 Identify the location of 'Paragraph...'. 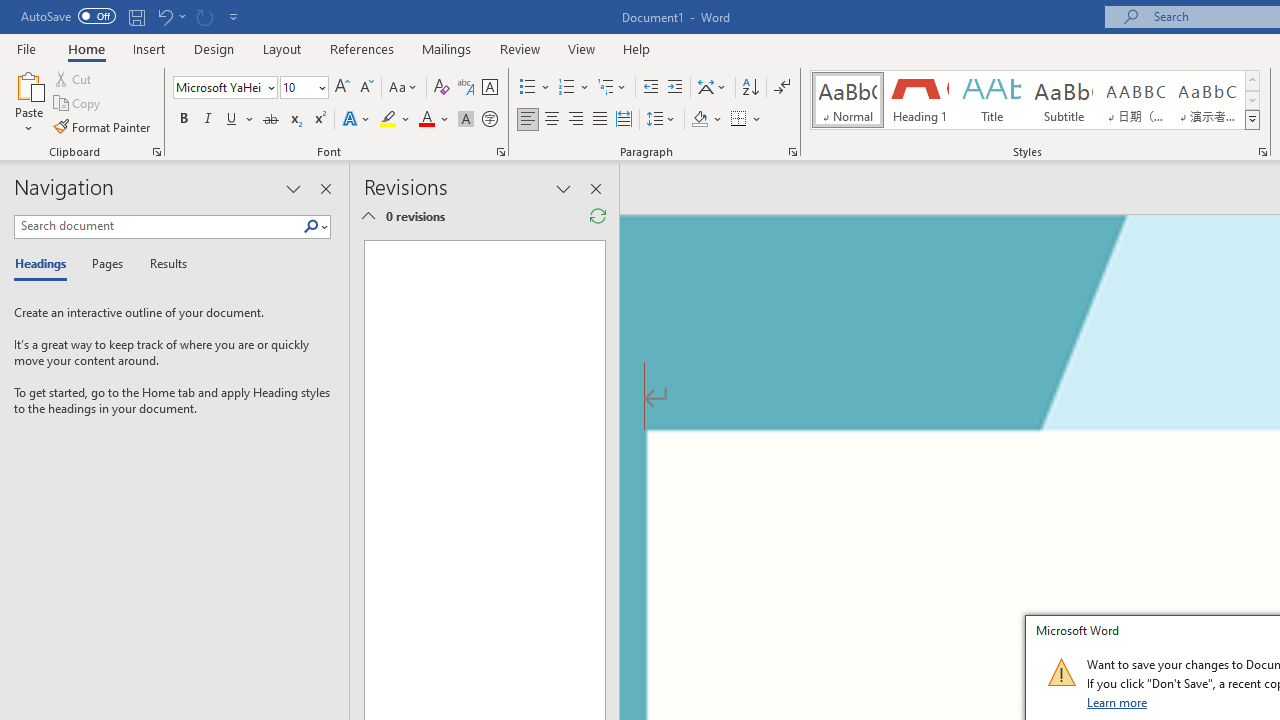
(791, 150).